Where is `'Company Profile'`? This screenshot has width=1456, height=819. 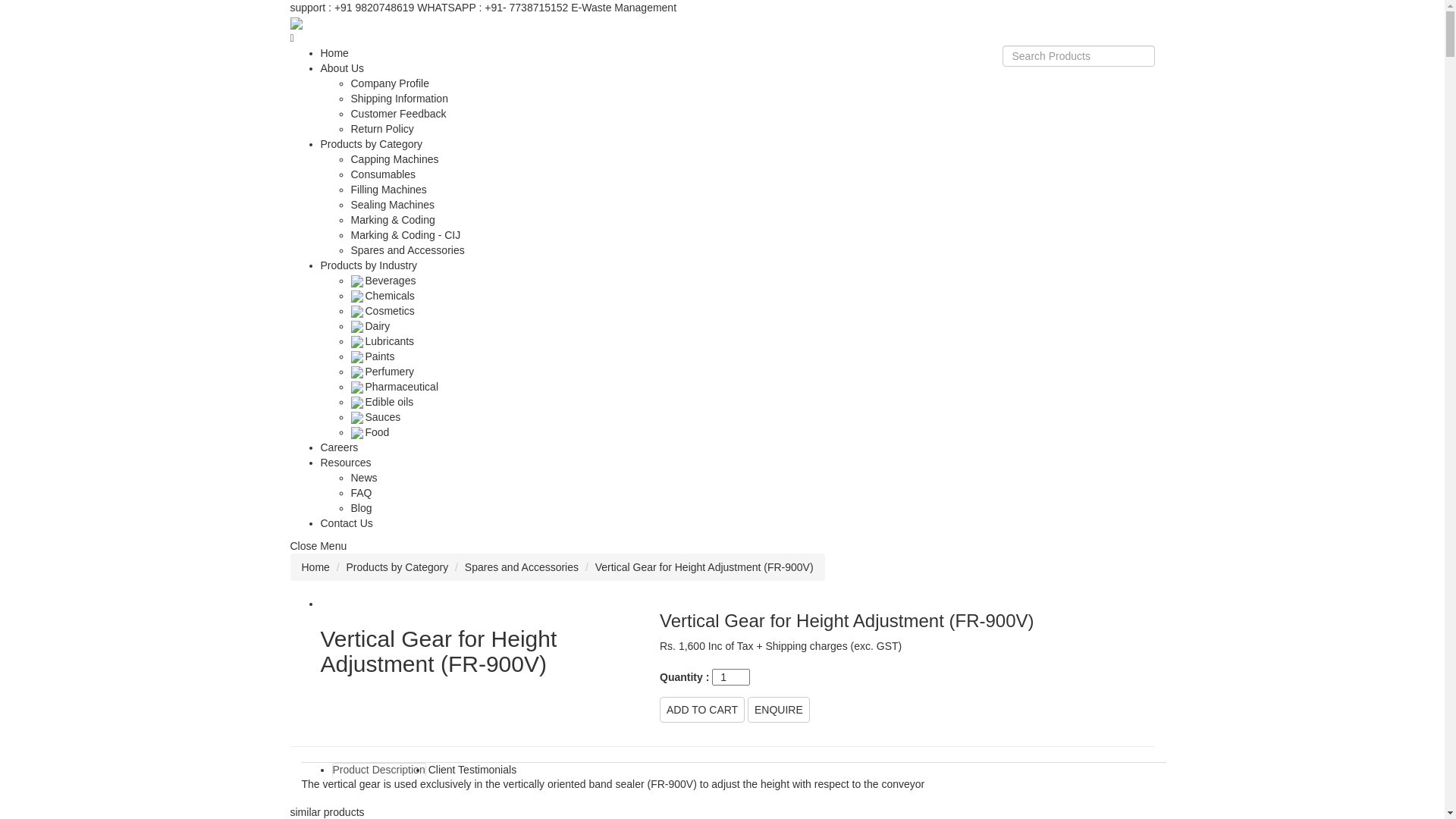 'Company Profile' is located at coordinates (389, 83).